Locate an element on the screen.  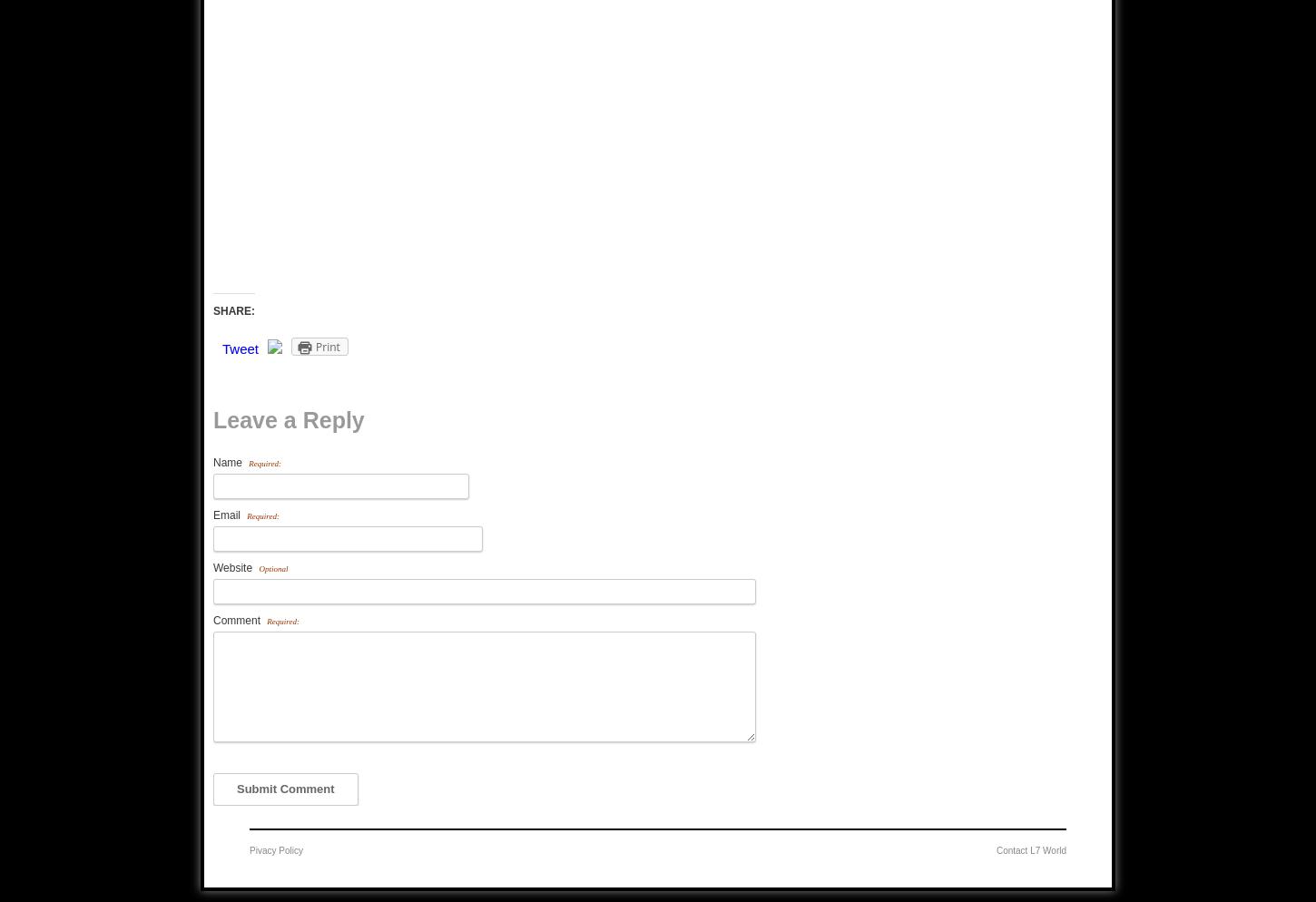
'Optional' is located at coordinates (259, 568).